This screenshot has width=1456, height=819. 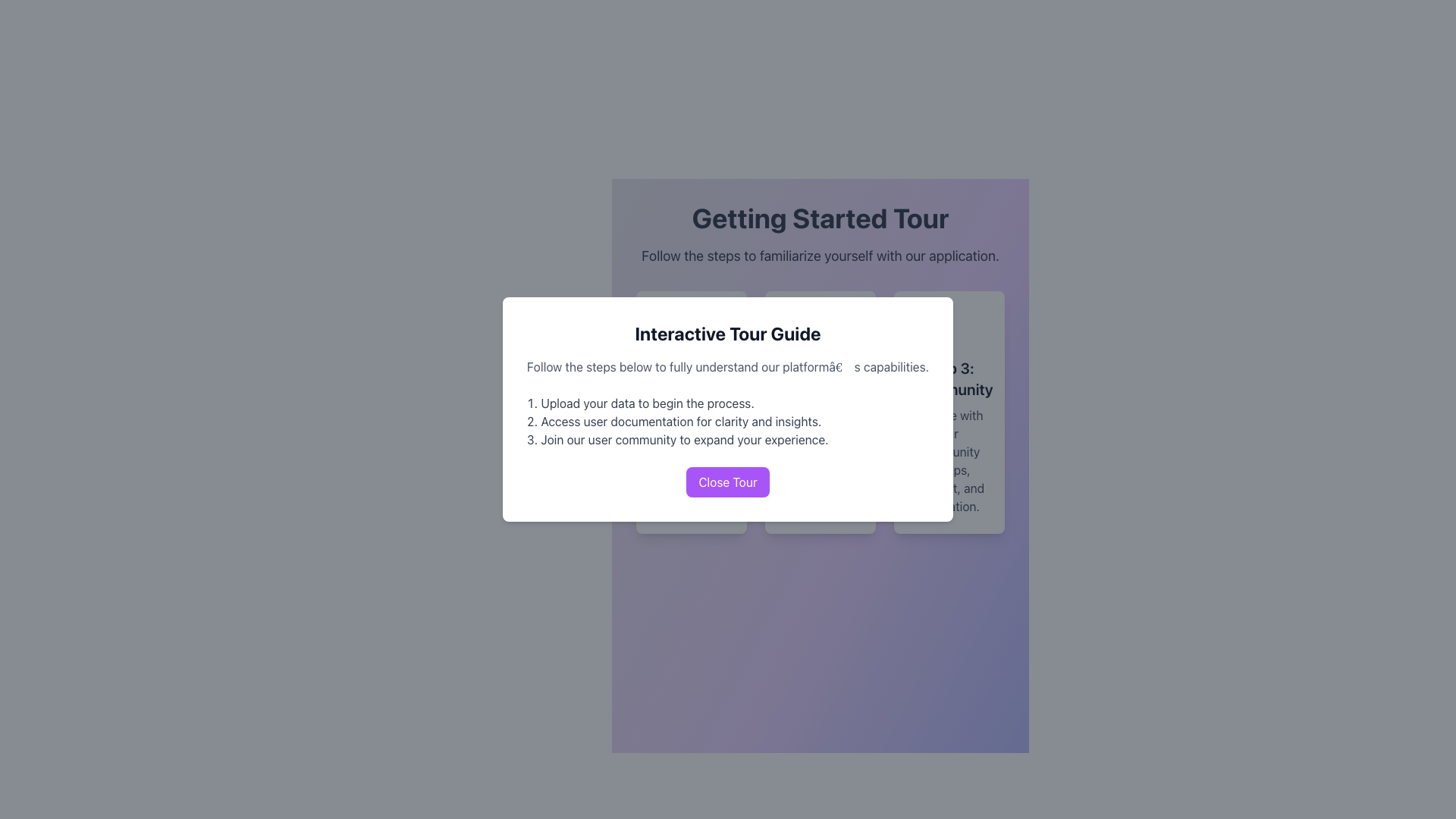 I want to click on the text providing encouragement about engaging with the community, located beneath the title 'Step 3: Community.', so click(x=949, y=460).